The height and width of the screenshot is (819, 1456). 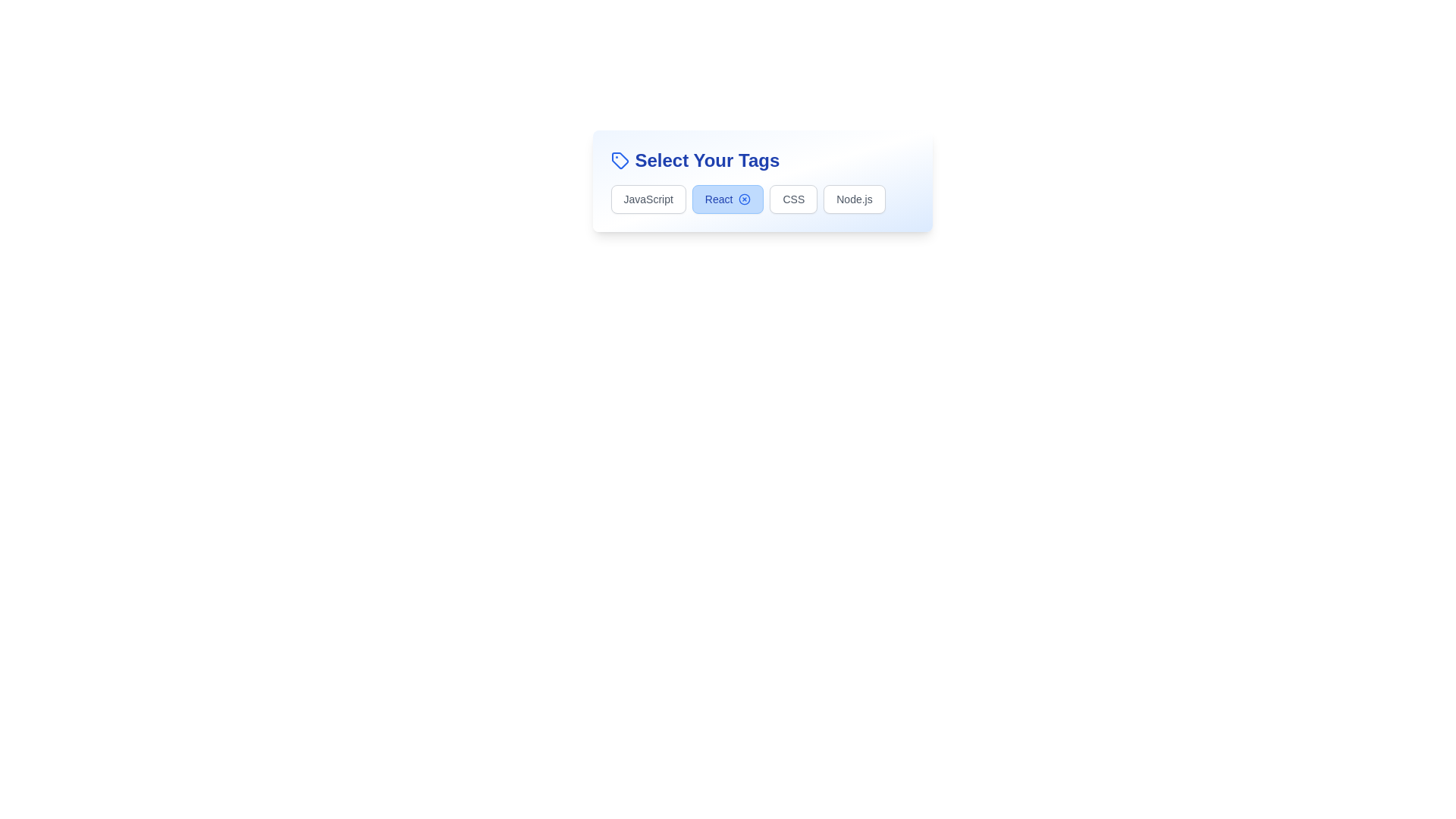 I want to click on the 'CSS' selection button located centrally below the heading 'Select Your Tags', so click(x=792, y=198).